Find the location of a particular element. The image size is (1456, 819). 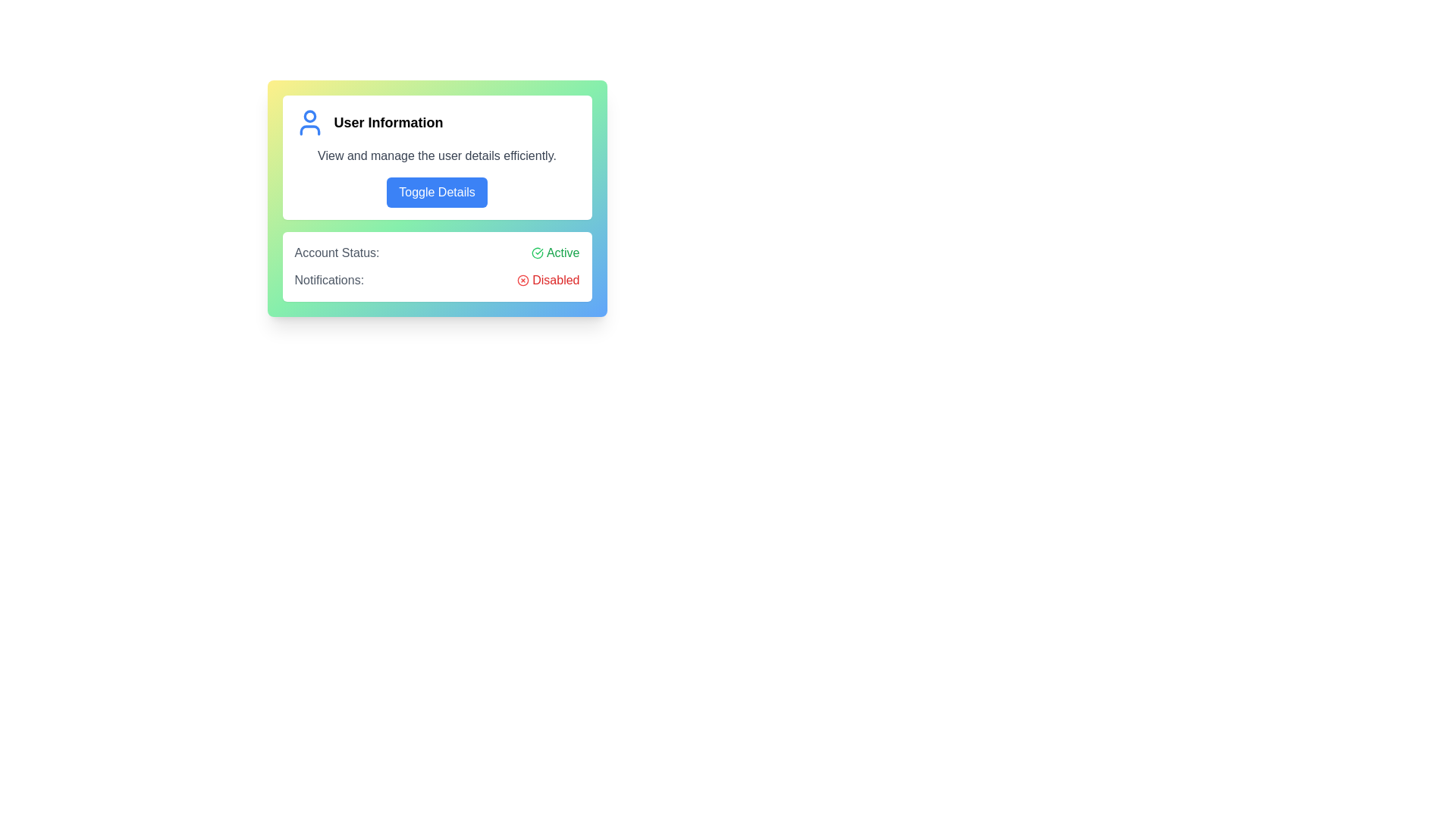

the blue rectangular button labeled 'Toggle Details' located within the 'User Information' card is located at coordinates (436, 192).